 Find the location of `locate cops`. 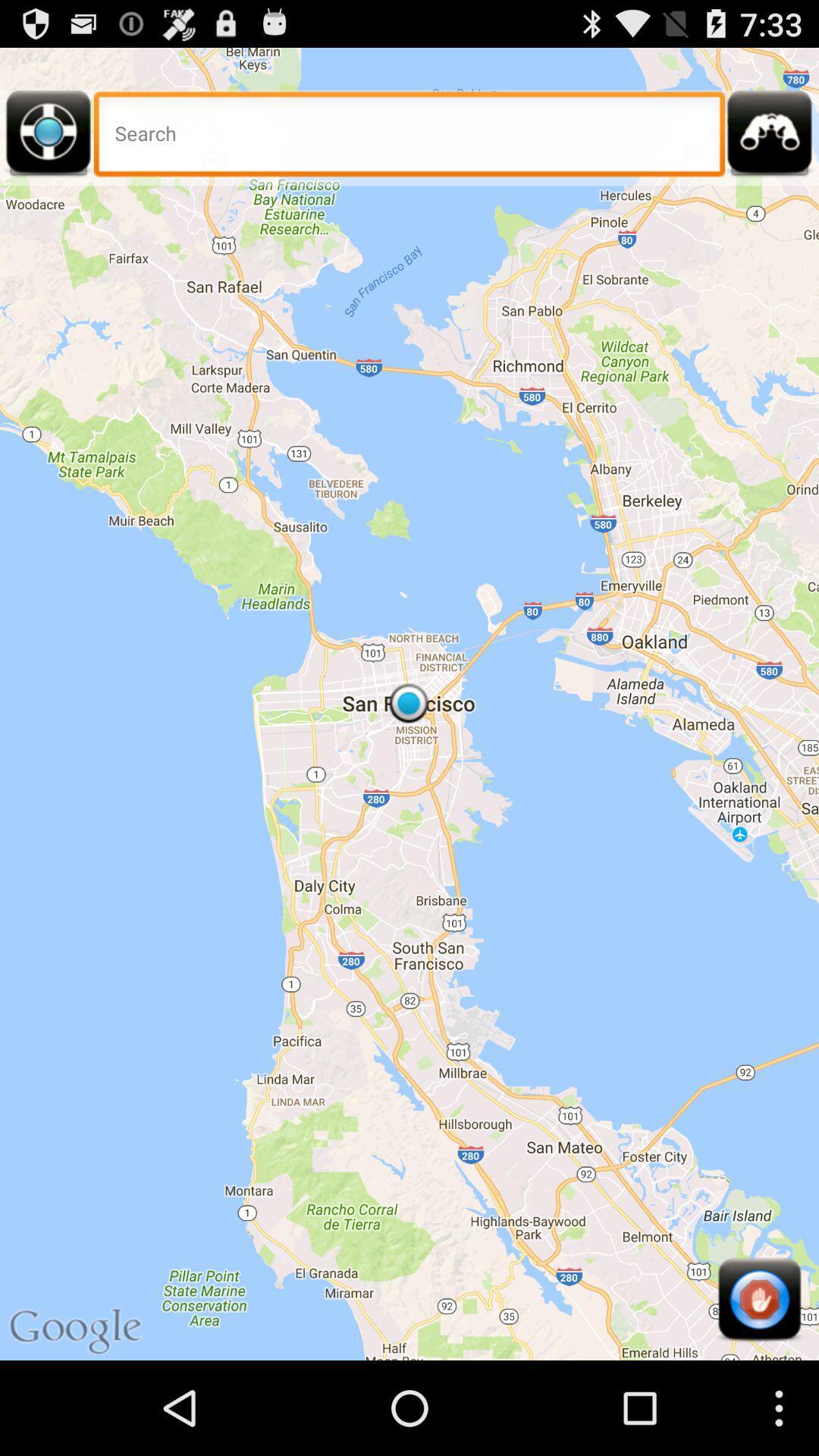

locate cops is located at coordinates (770, 138).